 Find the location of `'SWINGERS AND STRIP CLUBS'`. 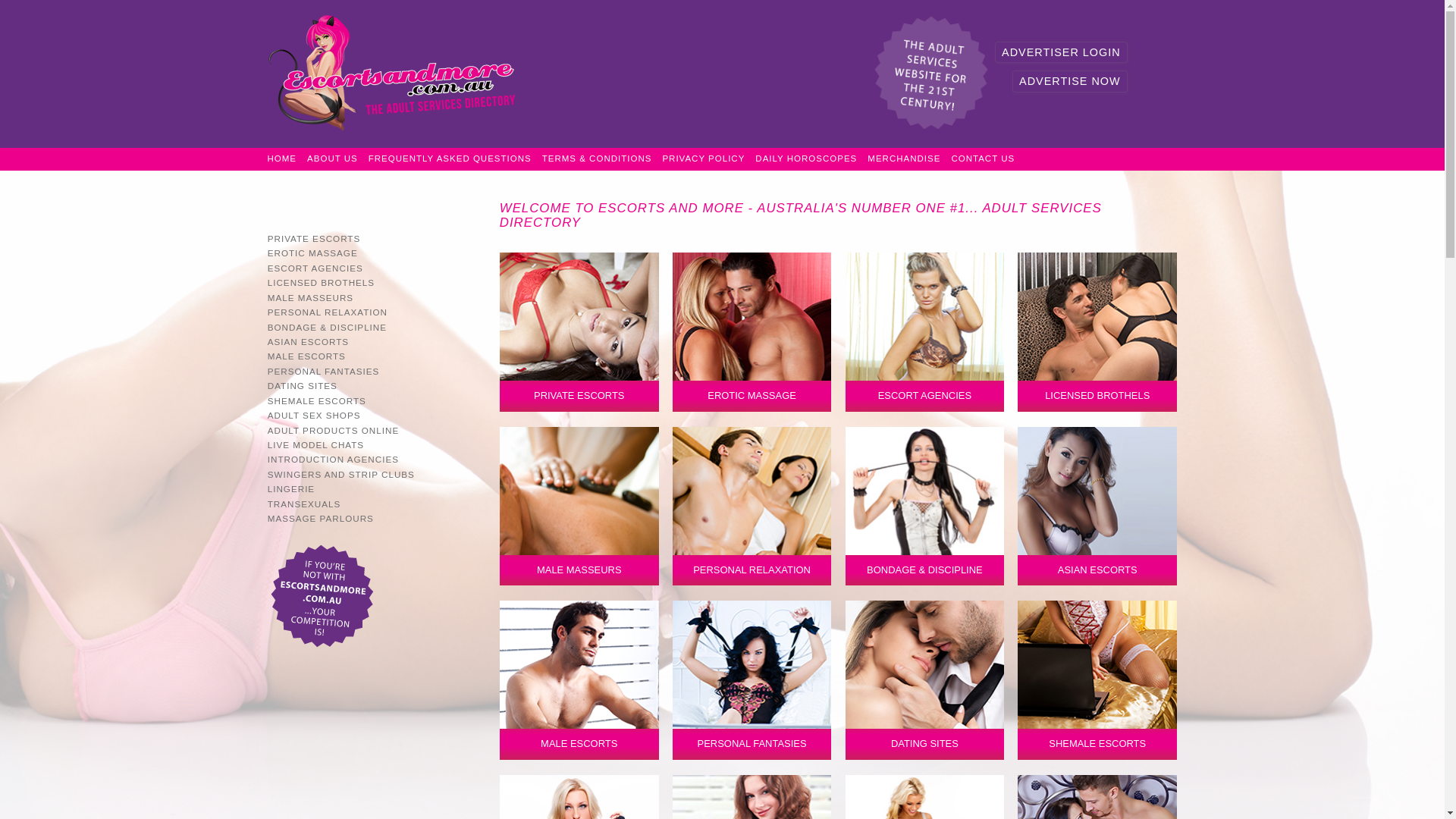

'SWINGERS AND STRIP CLUBS' is located at coordinates (375, 473).